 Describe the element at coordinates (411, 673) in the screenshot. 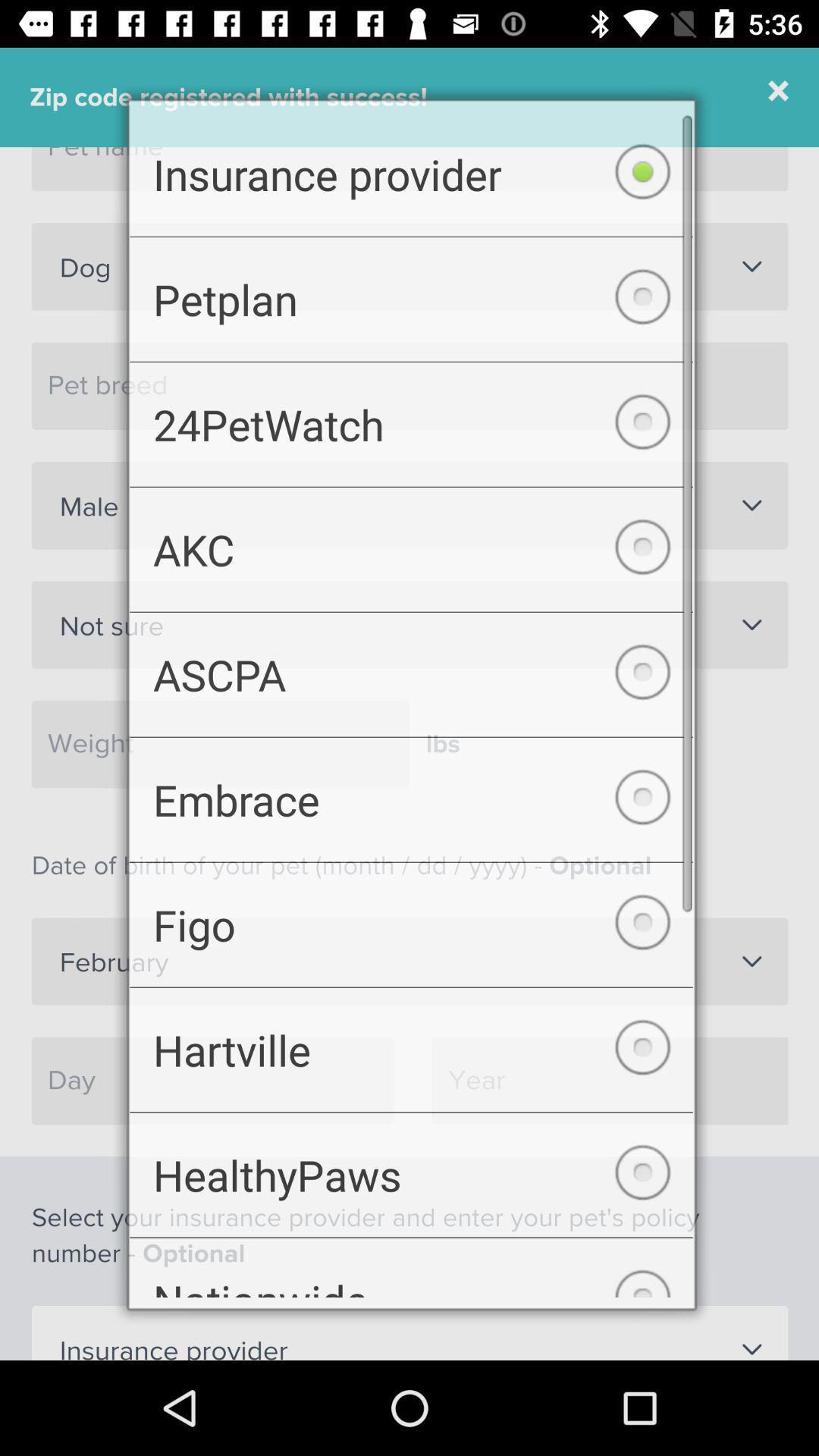

I see `checkbox below akc icon` at that location.